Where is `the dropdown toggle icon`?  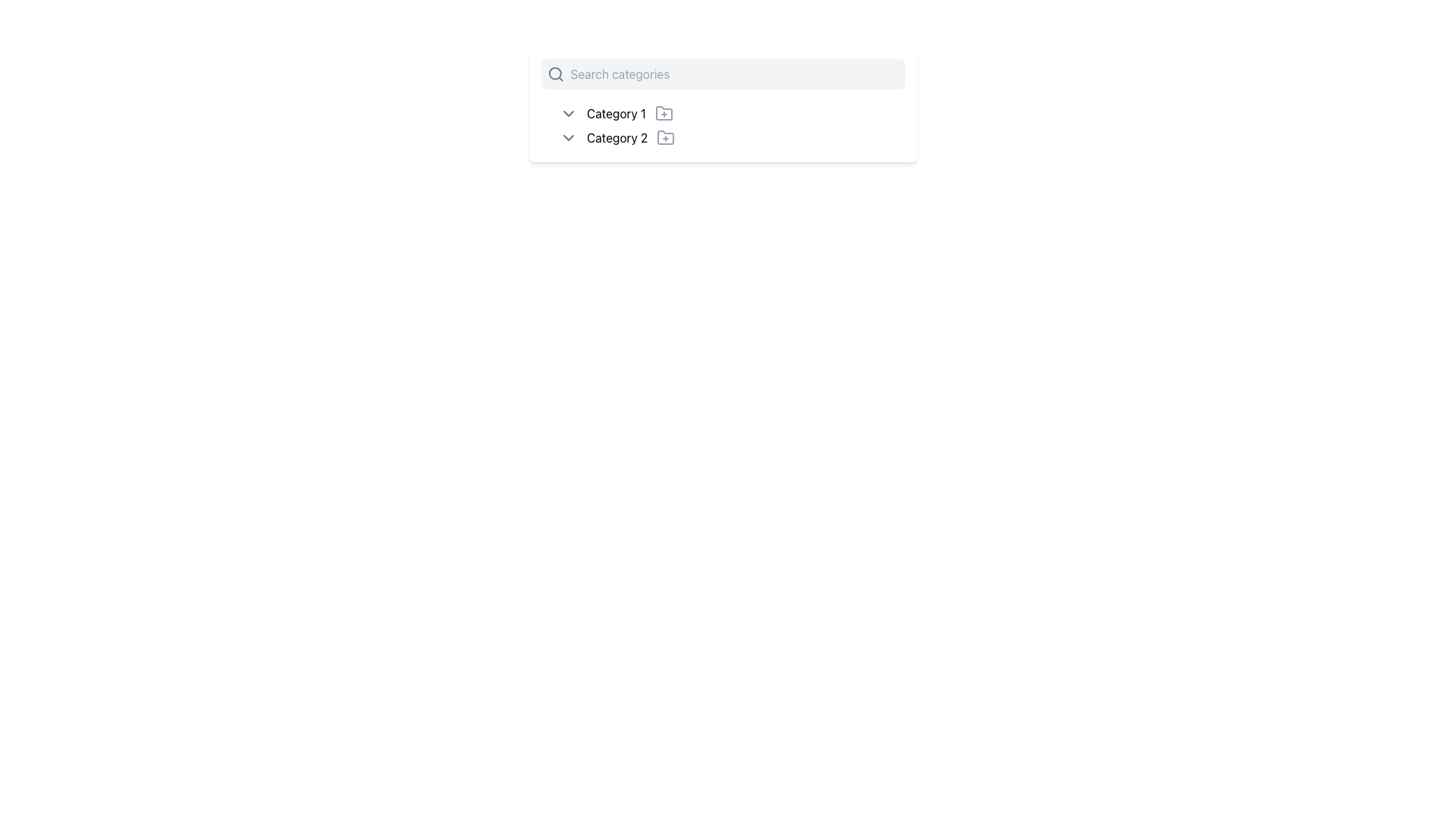
the dropdown toggle icon is located at coordinates (567, 137).